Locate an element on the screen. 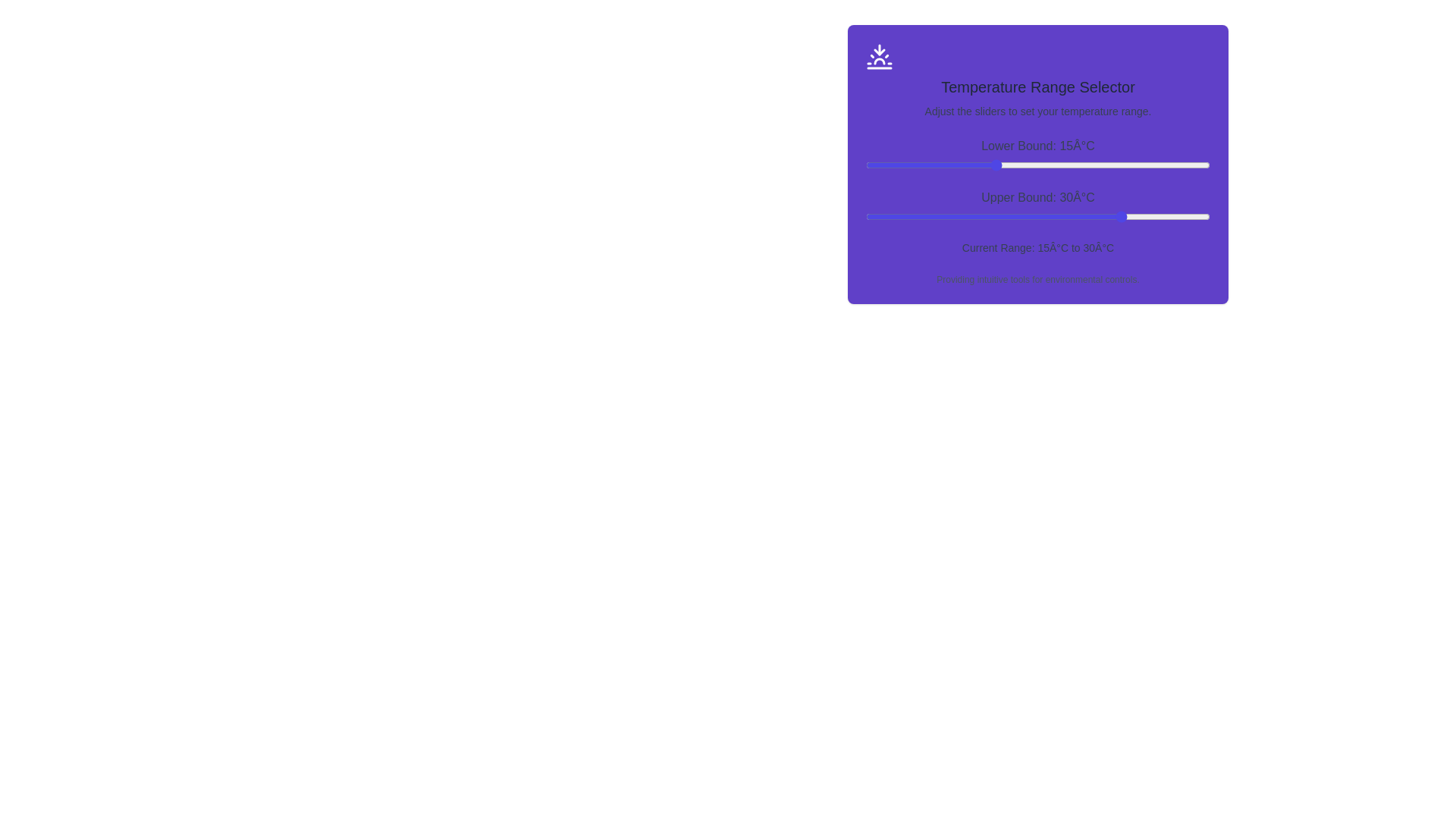 The width and height of the screenshot is (1456, 819). the lower bound slider to 9°C is located at coordinates (943, 165).